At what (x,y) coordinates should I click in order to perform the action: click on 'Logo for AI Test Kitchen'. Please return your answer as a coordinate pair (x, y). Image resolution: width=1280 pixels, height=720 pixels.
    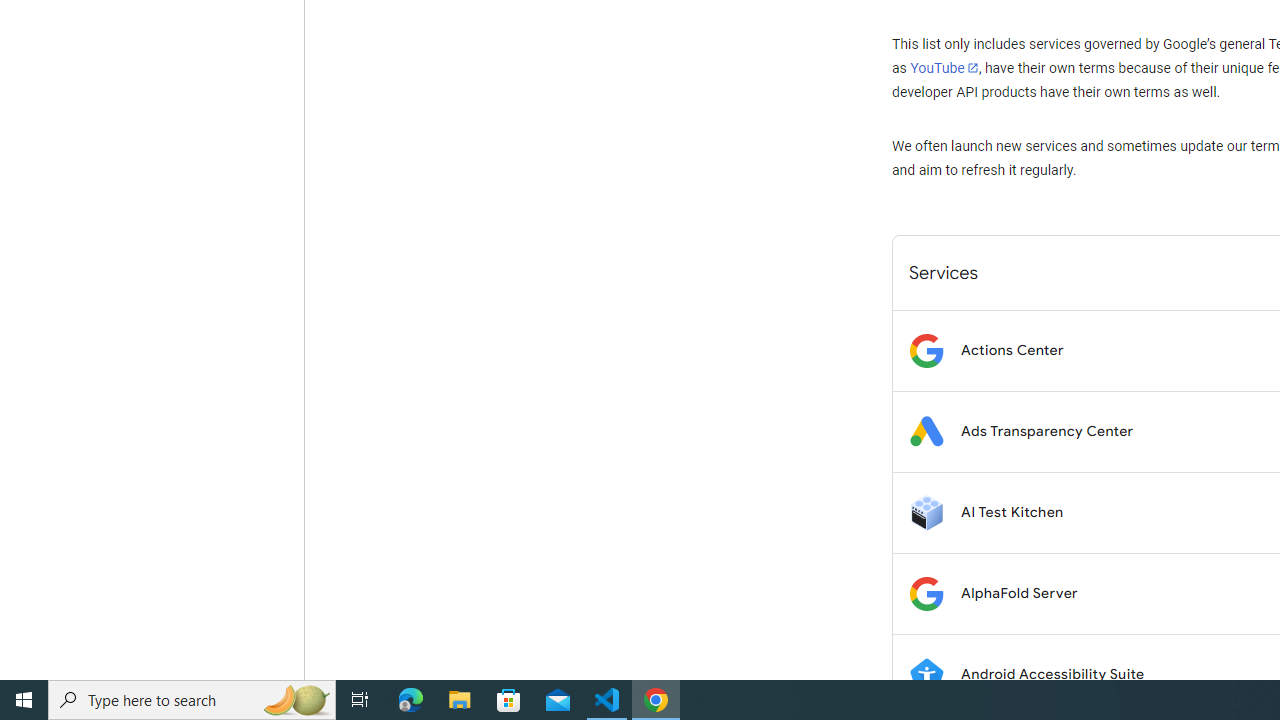
    Looking at the image, I should click on (925, 511).